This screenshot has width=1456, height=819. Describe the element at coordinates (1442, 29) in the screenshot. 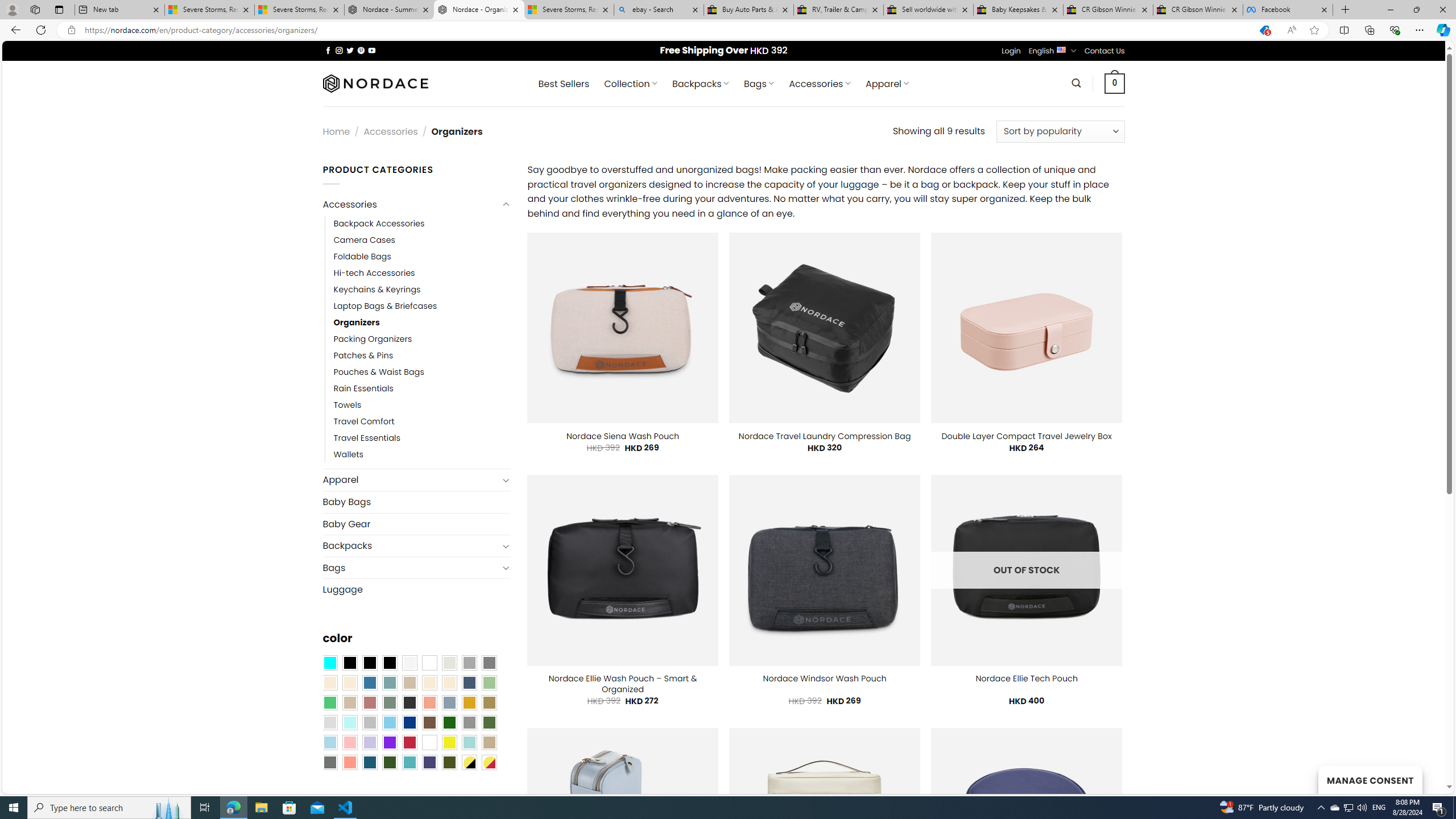

I see `'Copilot (Ctrl+Shift+.)'` at that location.